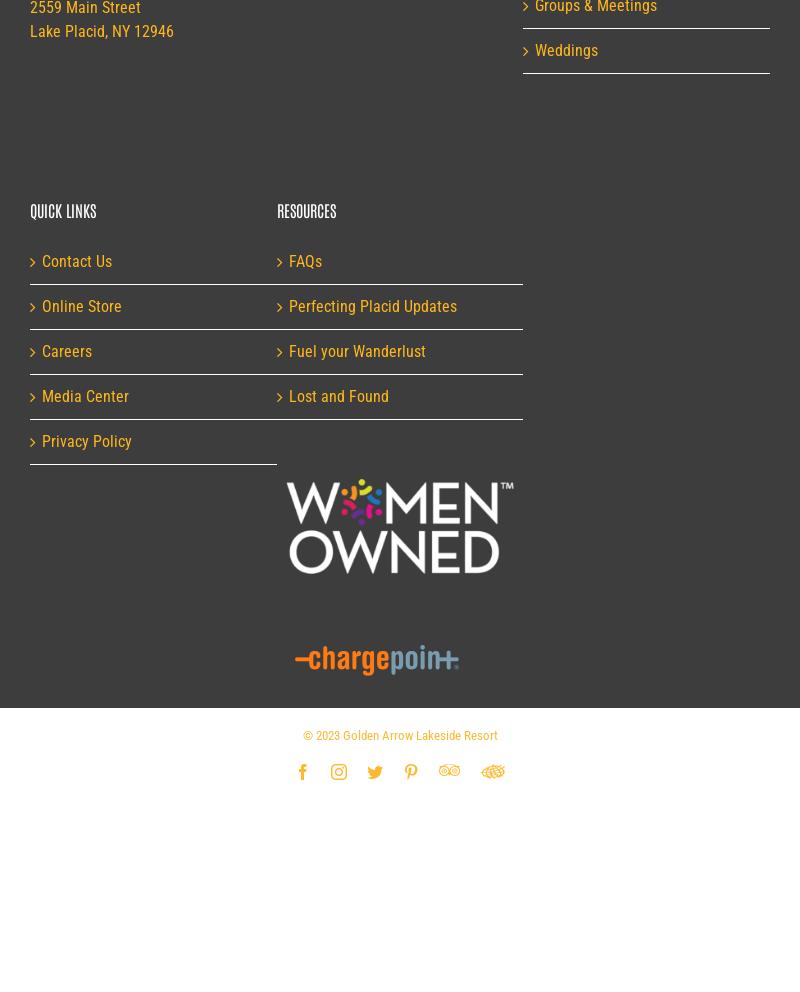 The height and width of the screenshot is (992, 800). Describe the element at coordinates (288, 306) in the screenshot. I see `'Perfecting Placid Updates'` at that location.